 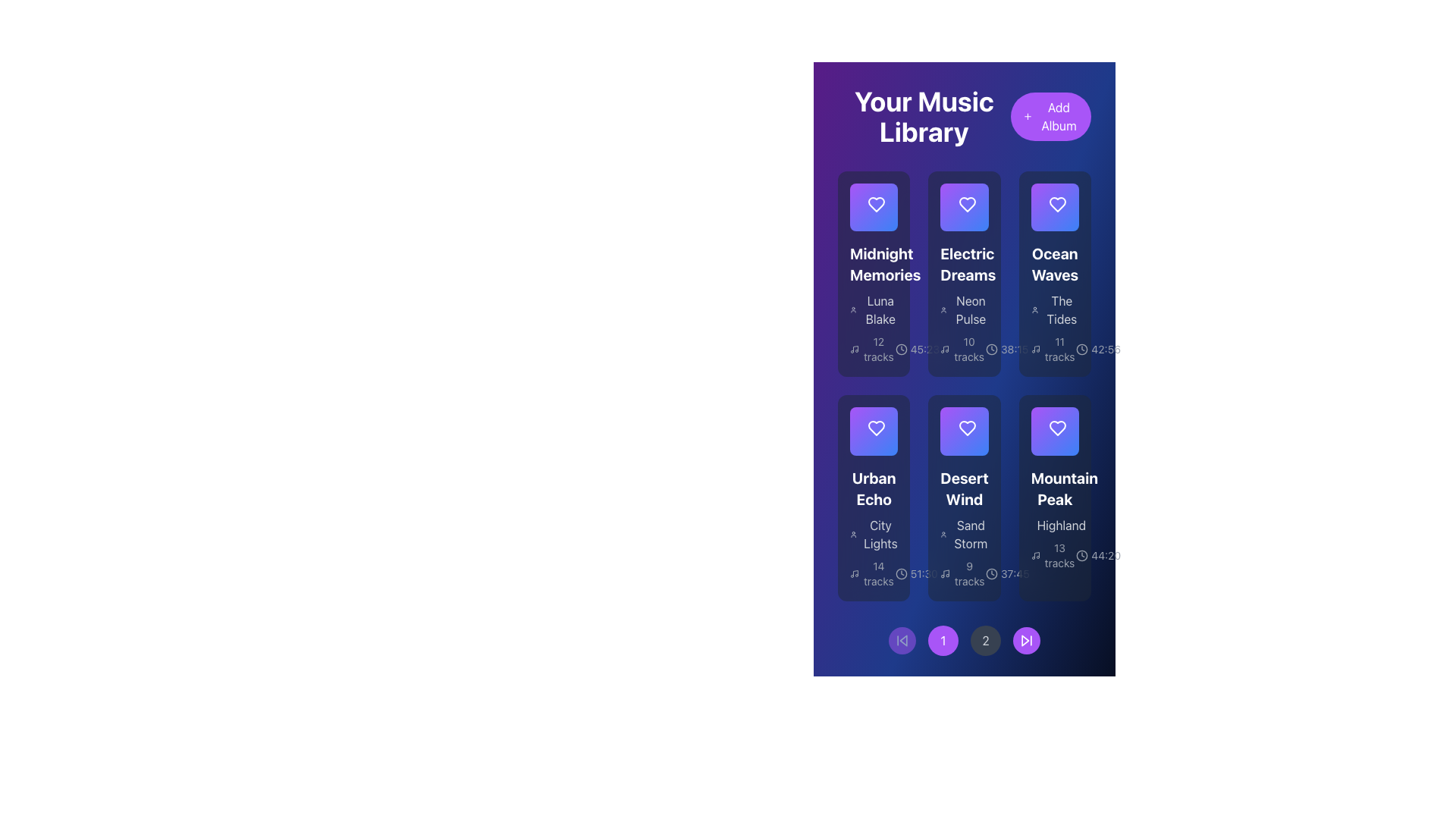 What do you see at coordinates (992, 350) in the screenshot?
I see `the clock icon located to the left of the text '38:15'` at bounding box center [992, 350].